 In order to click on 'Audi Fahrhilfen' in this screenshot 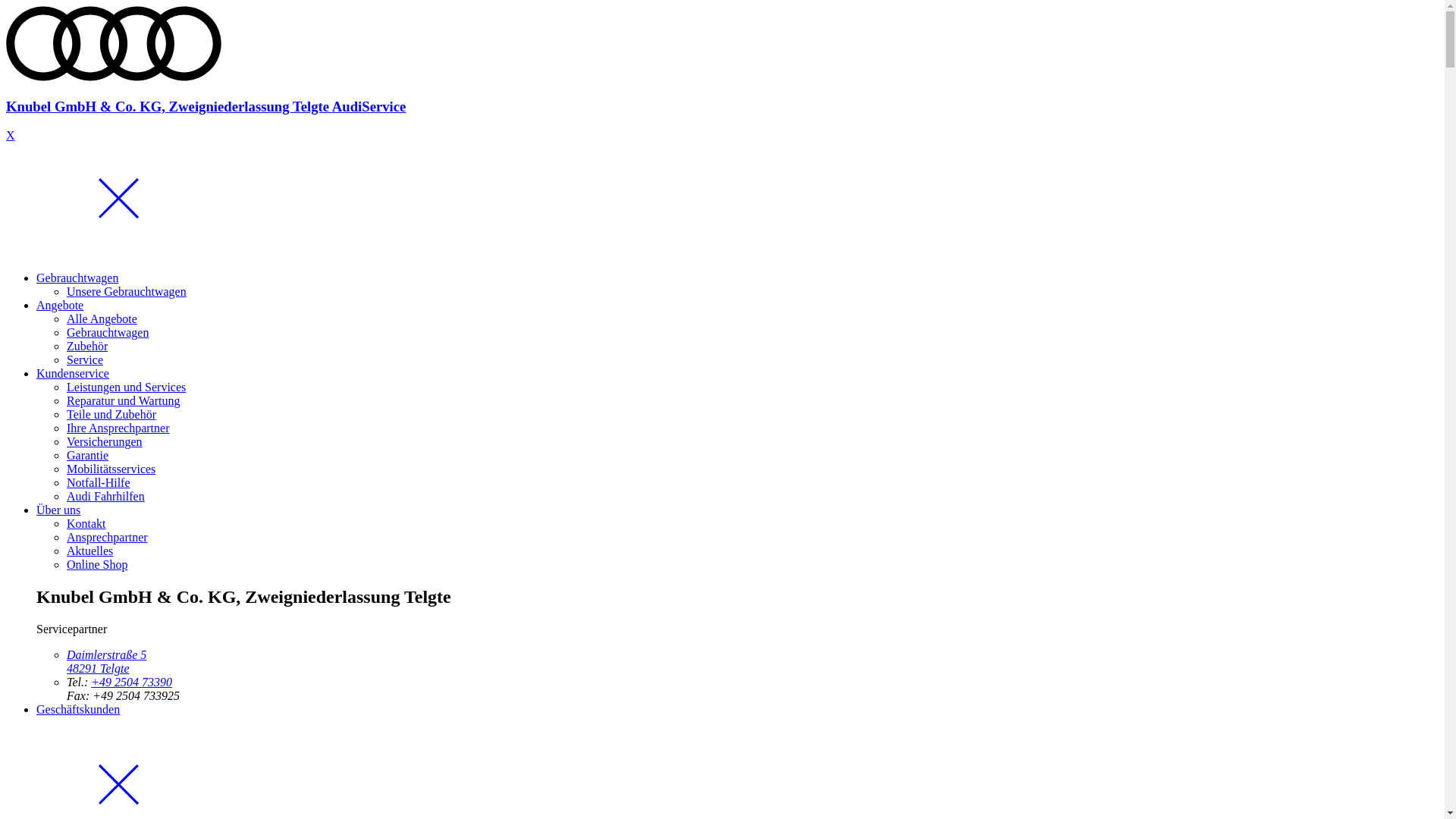, I will do `click(105, 496)`.